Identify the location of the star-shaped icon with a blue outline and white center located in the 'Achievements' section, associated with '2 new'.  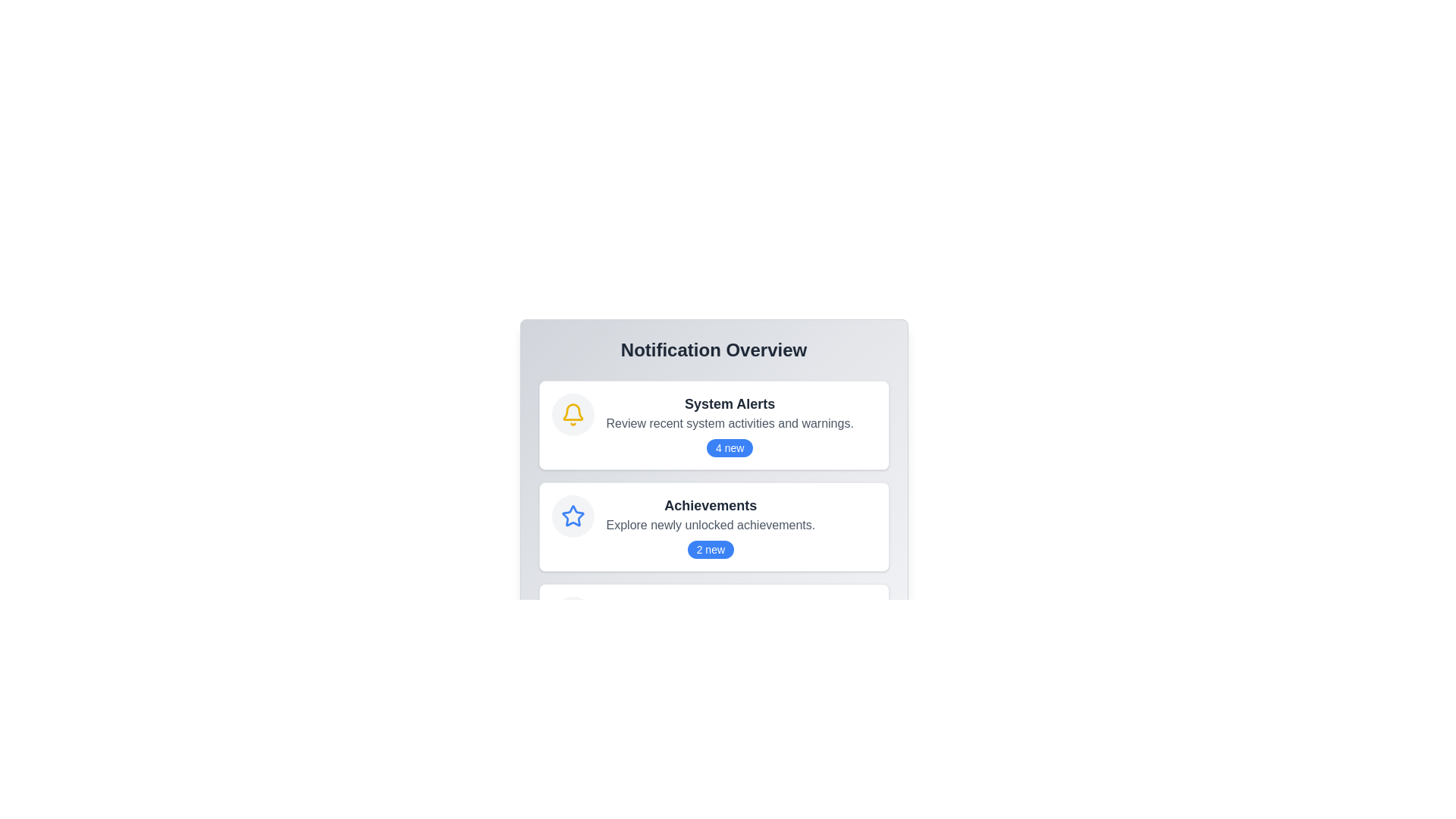
(572, 515).